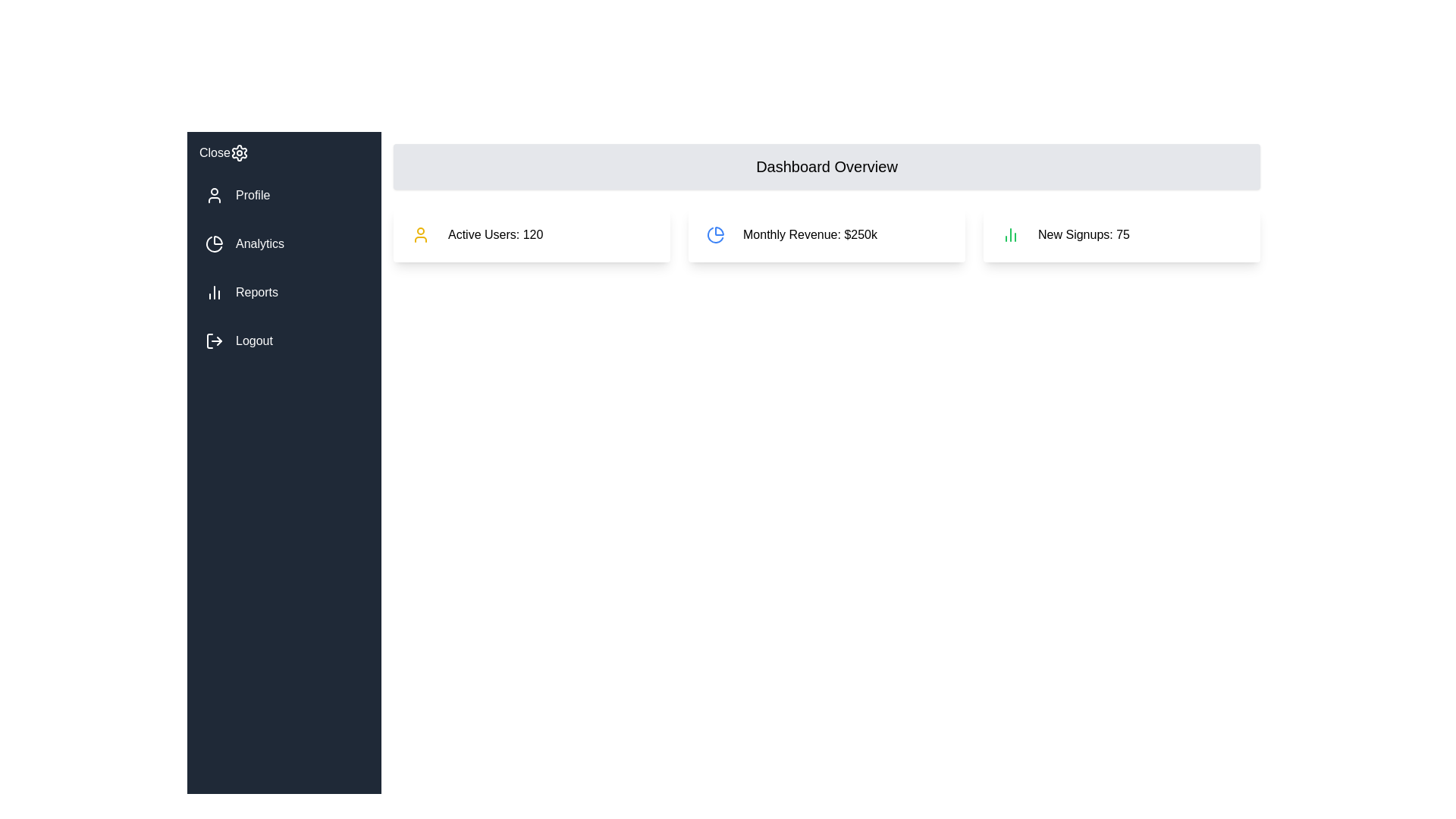  I want to click on the pie chart icon in the sidebar navigation menu, so click(214, 243).